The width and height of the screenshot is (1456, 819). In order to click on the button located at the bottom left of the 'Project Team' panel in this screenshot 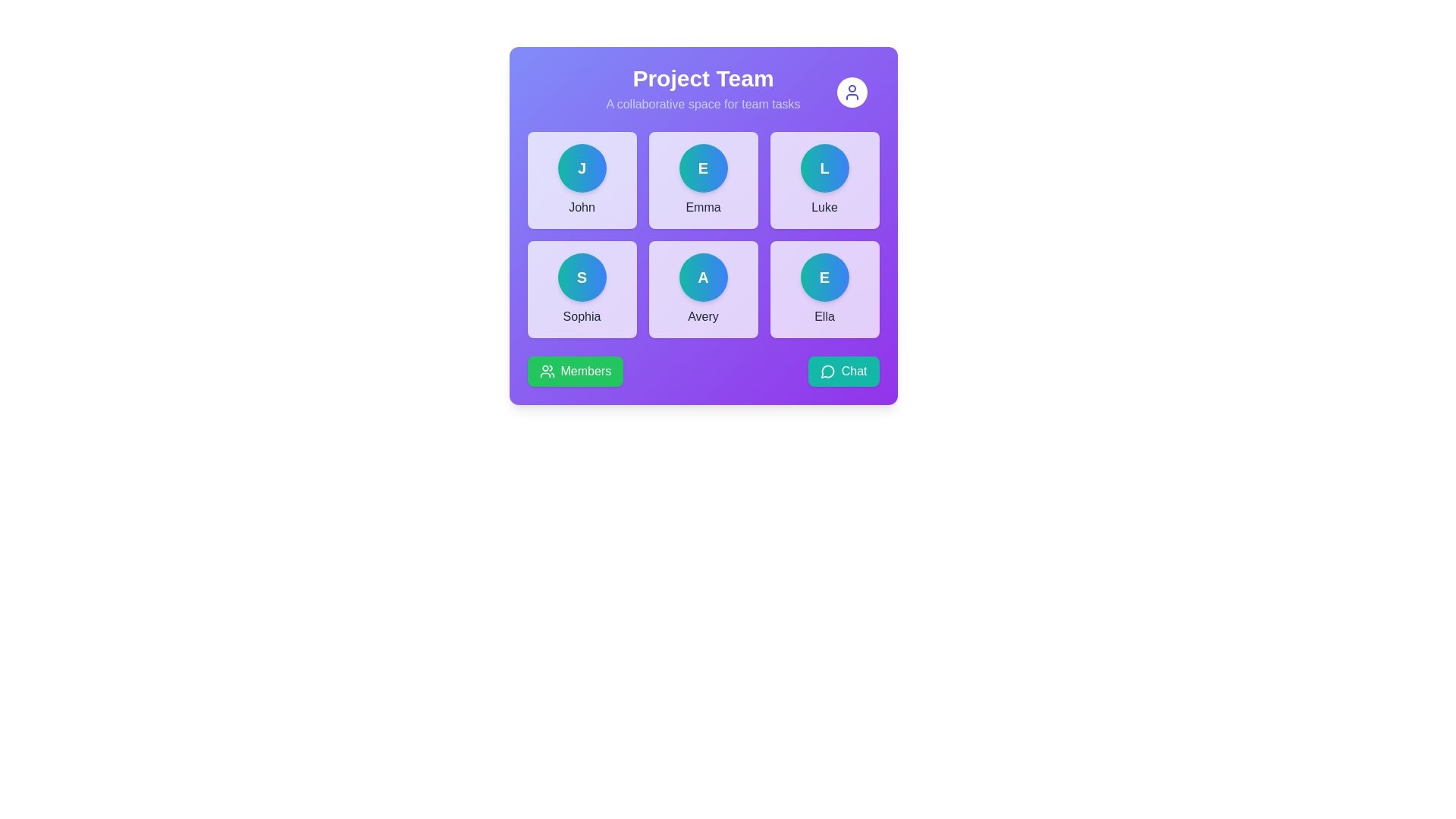, I will do `click(574, 371)`.